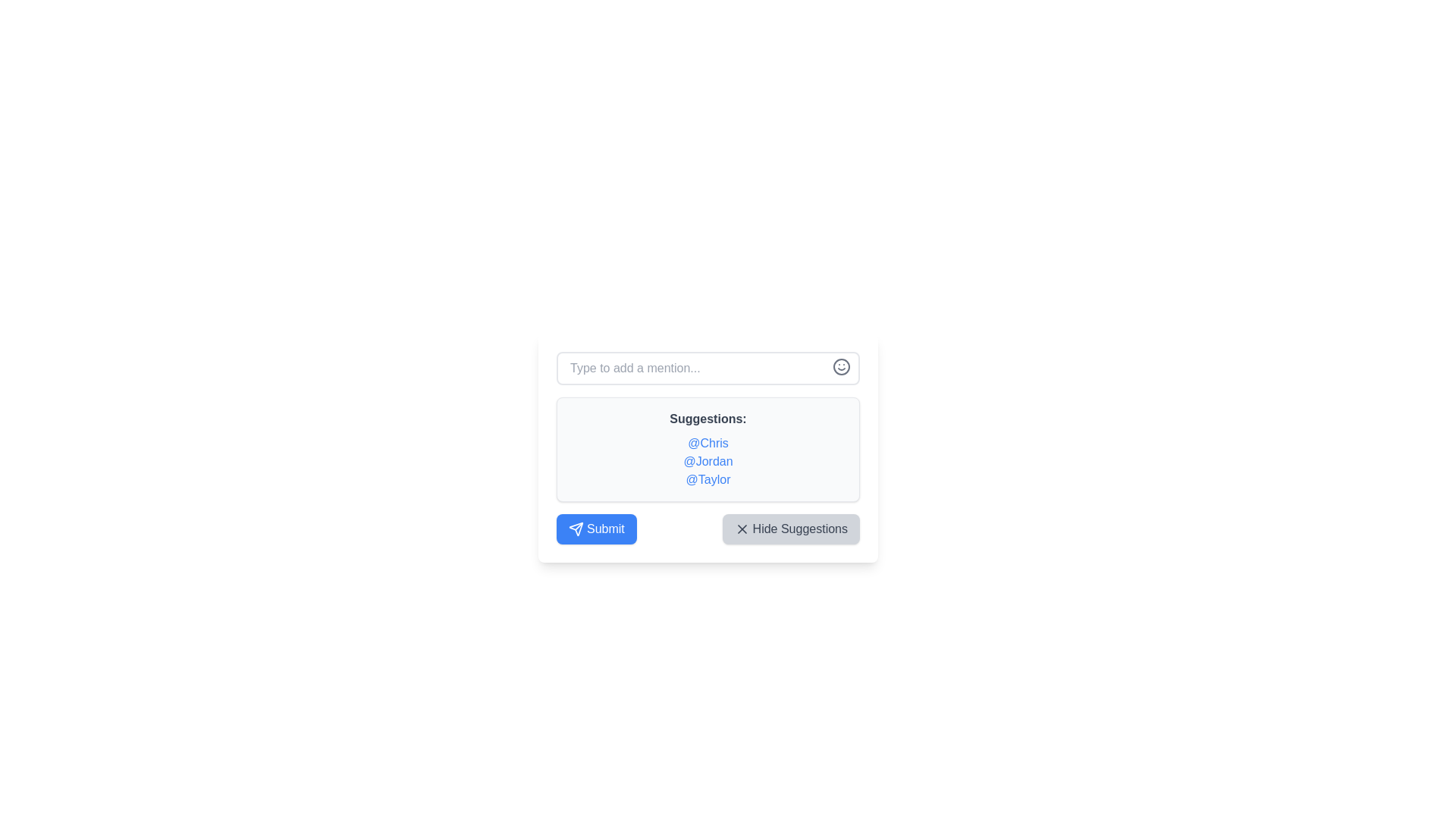 This screenshot has width=1456, height=819. What do you see at coordinates (575, 529) in the screenshot?
I see `the SVG graphic icon inside the 'Submit' button, which visually enhances the button with a paper plane icon` at bounding box center [575, 529].